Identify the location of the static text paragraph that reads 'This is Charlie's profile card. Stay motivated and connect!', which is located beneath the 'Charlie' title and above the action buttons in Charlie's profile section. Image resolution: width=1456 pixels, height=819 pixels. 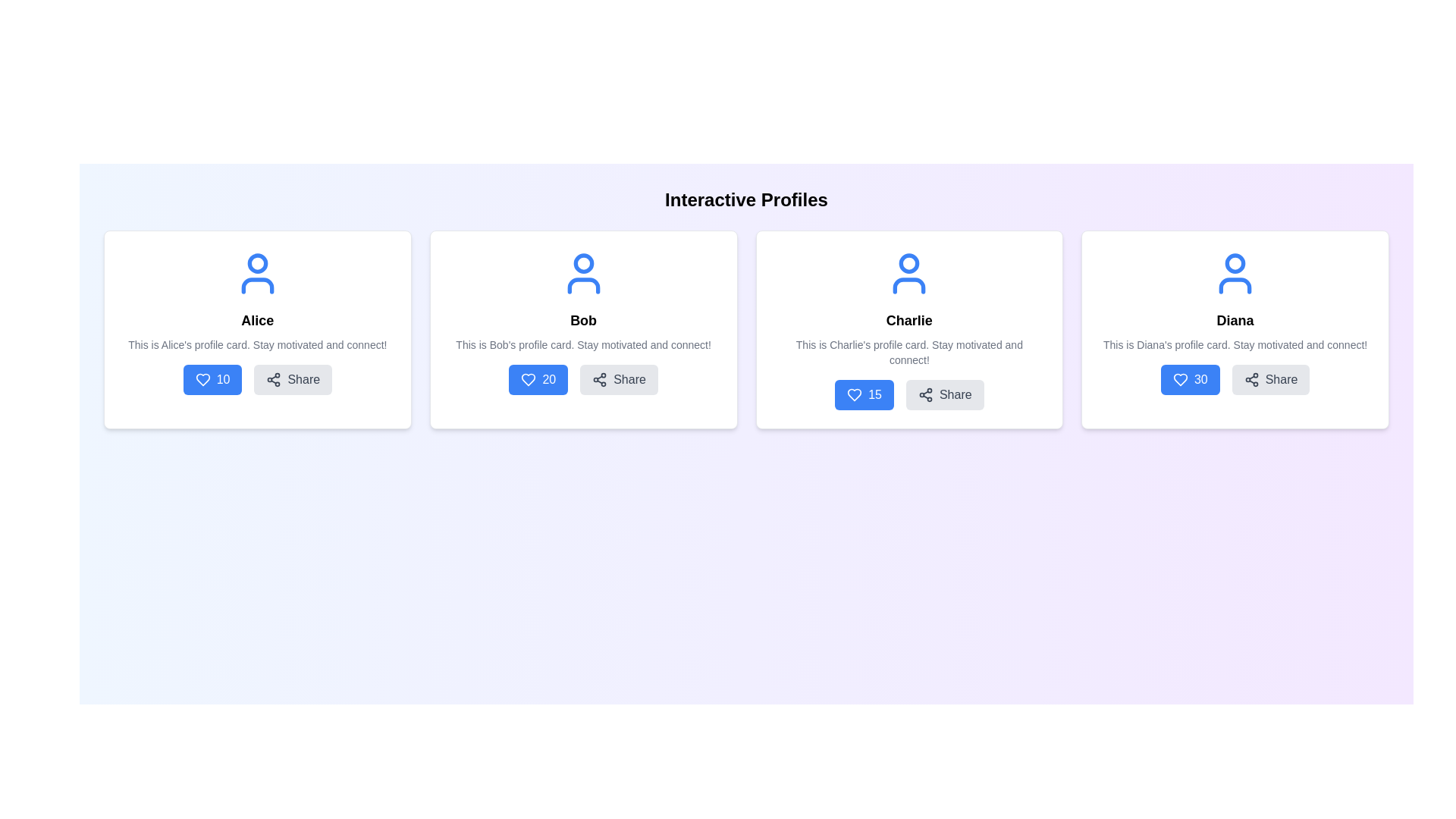
(909, 353).